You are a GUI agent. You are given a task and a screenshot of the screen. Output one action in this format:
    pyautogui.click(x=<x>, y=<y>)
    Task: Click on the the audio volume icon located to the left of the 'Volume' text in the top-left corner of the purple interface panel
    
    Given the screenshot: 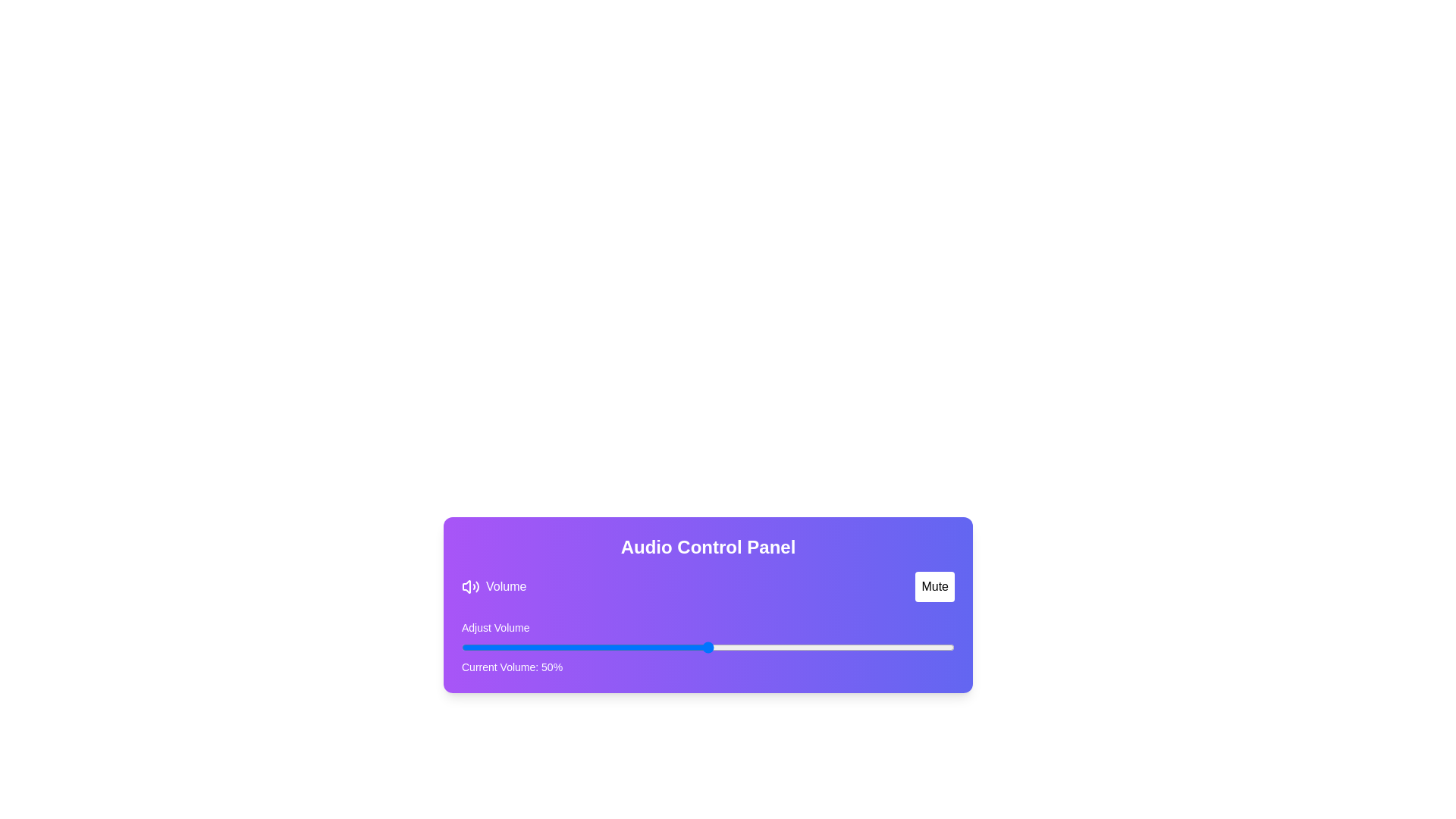 What is the action you would take?
    pyautogui.click(x=469, y=586)
    